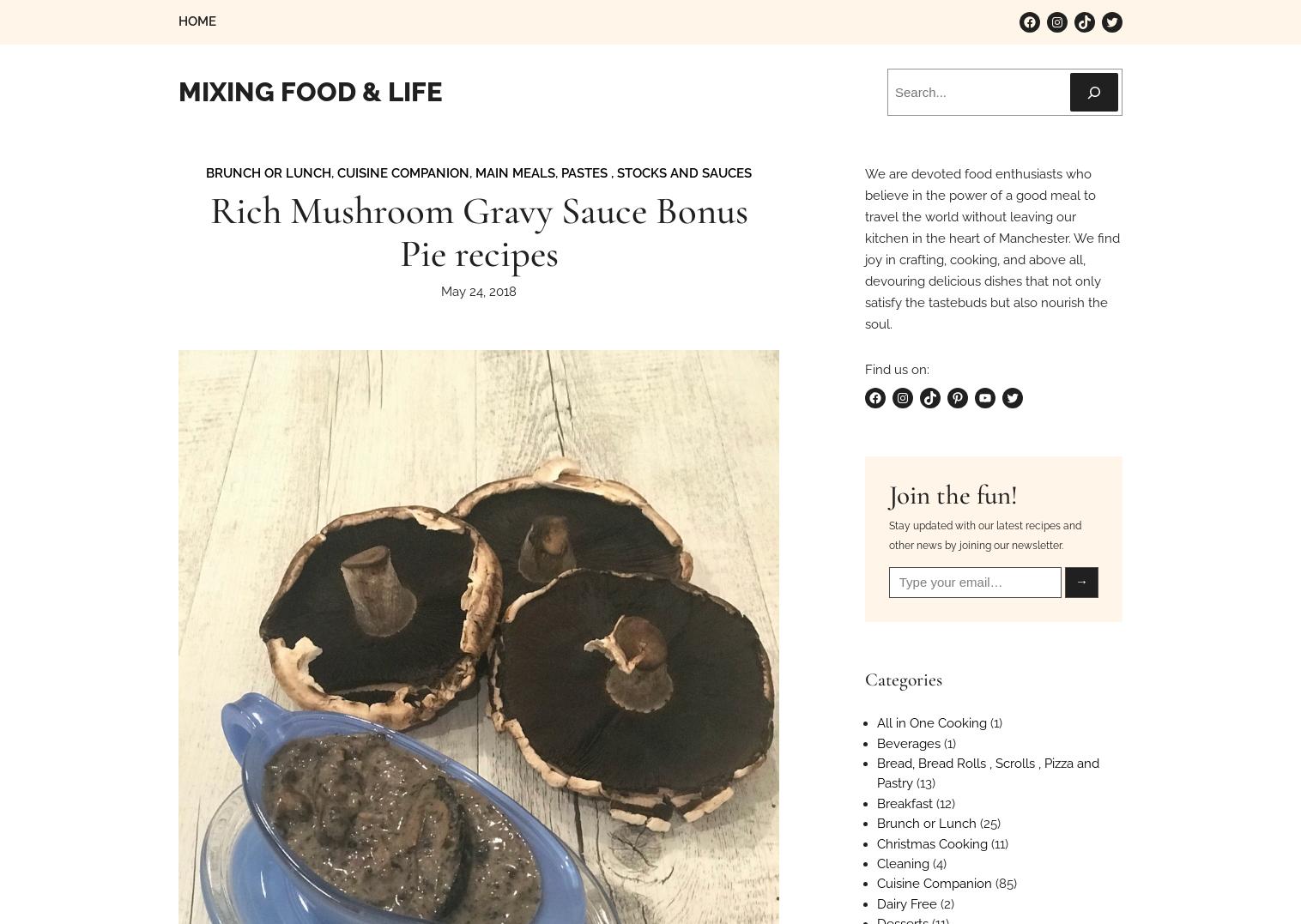 This screenshot has width=1301, height=924. I want to click on 'MIXING FOOD & LIFE', so click(311, 91).